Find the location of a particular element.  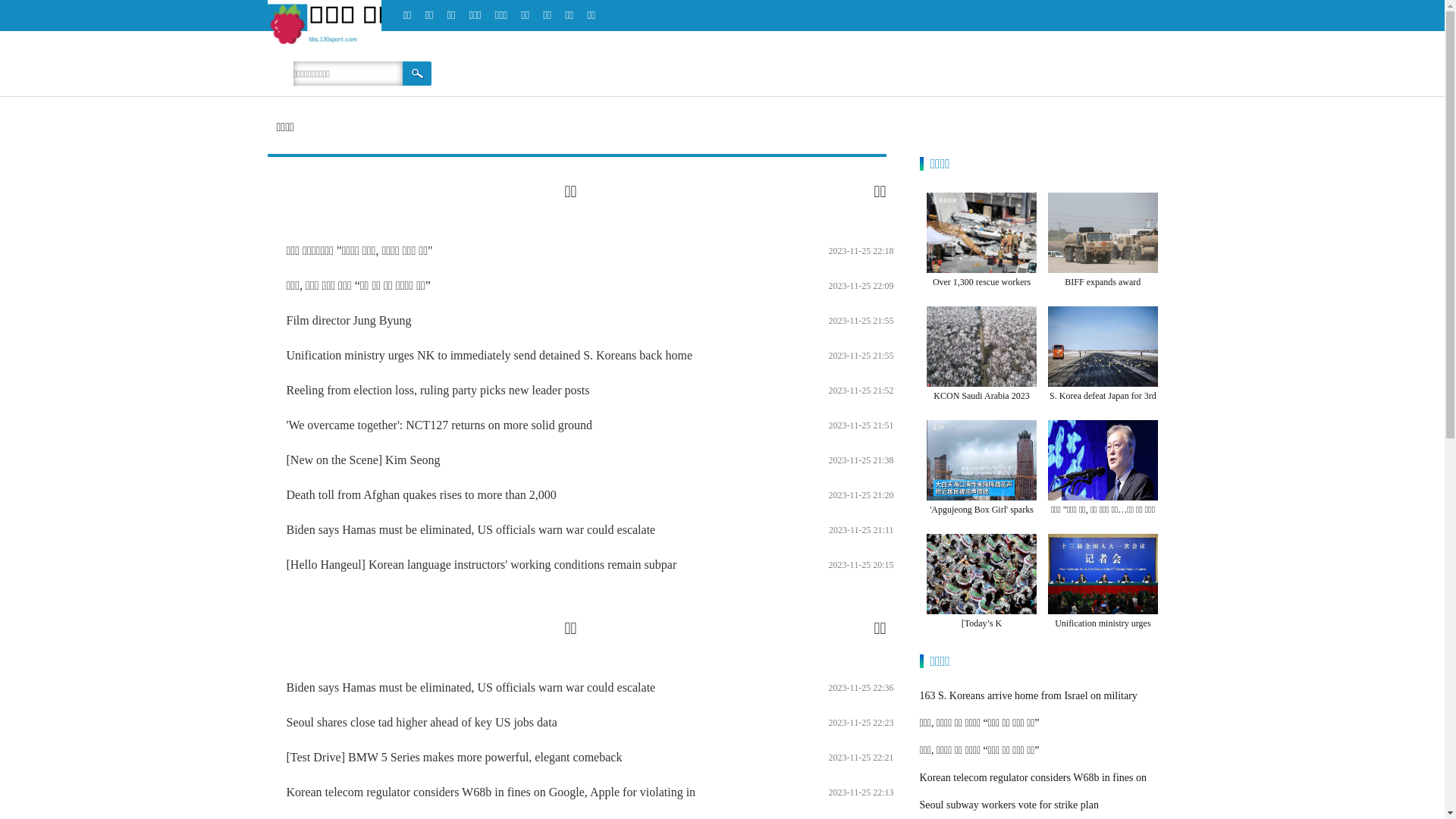

'Film director Jung Byung' is located at coordinates (287, 319).